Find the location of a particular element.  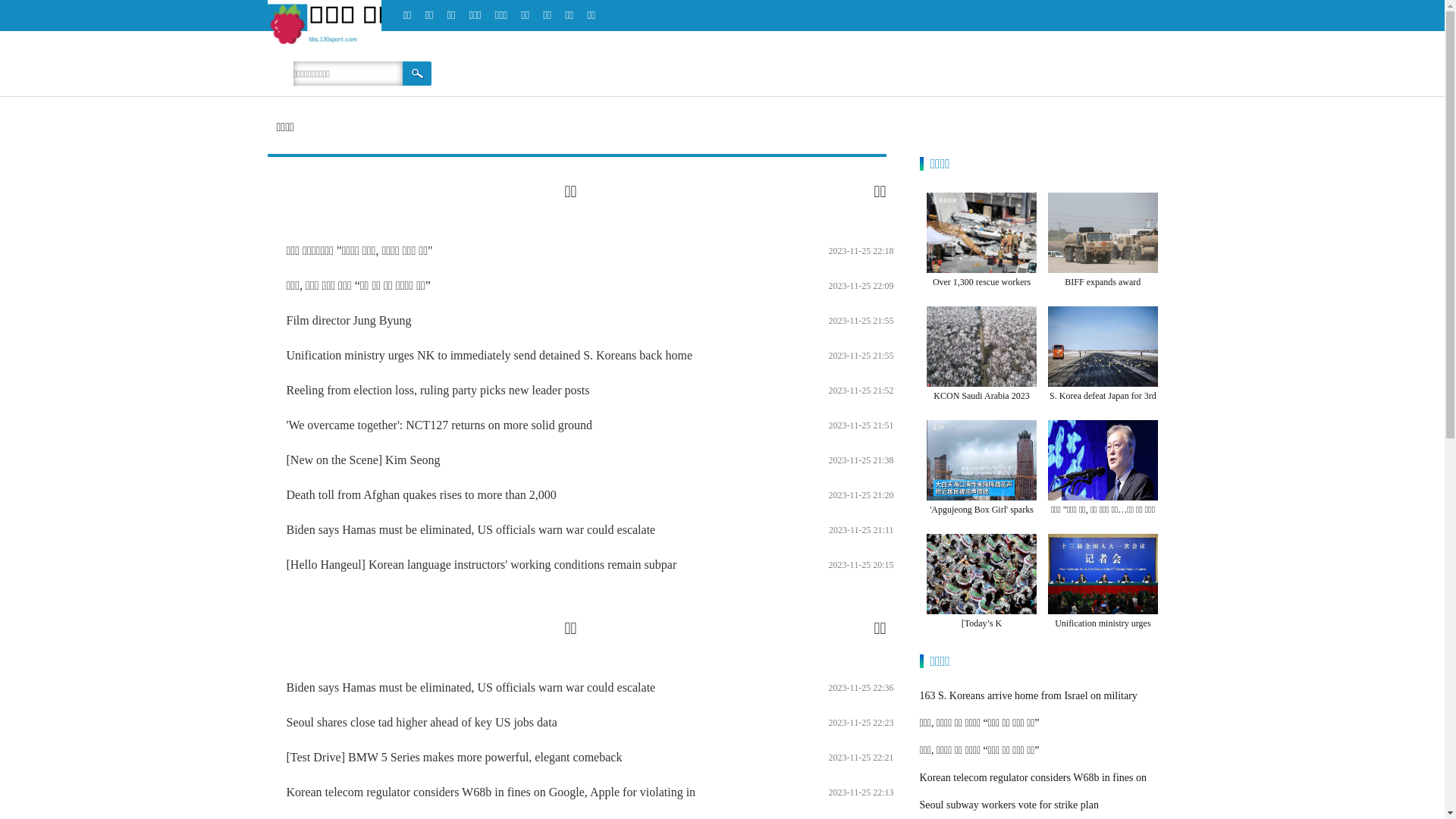

'Film director Jung Byung' is located at coordinates (287, 319).